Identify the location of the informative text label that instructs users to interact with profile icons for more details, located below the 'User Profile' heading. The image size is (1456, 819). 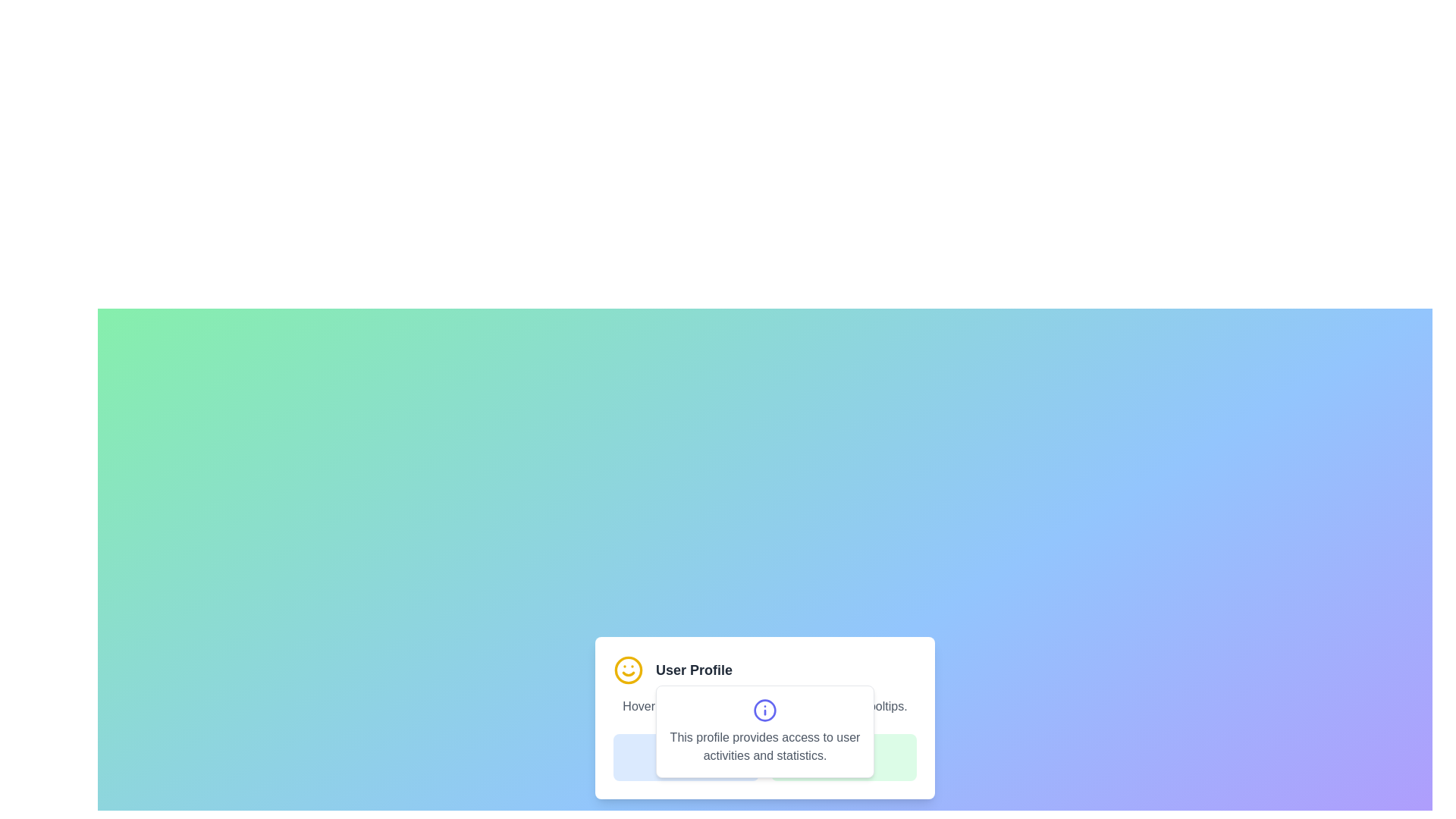
(764, 707).